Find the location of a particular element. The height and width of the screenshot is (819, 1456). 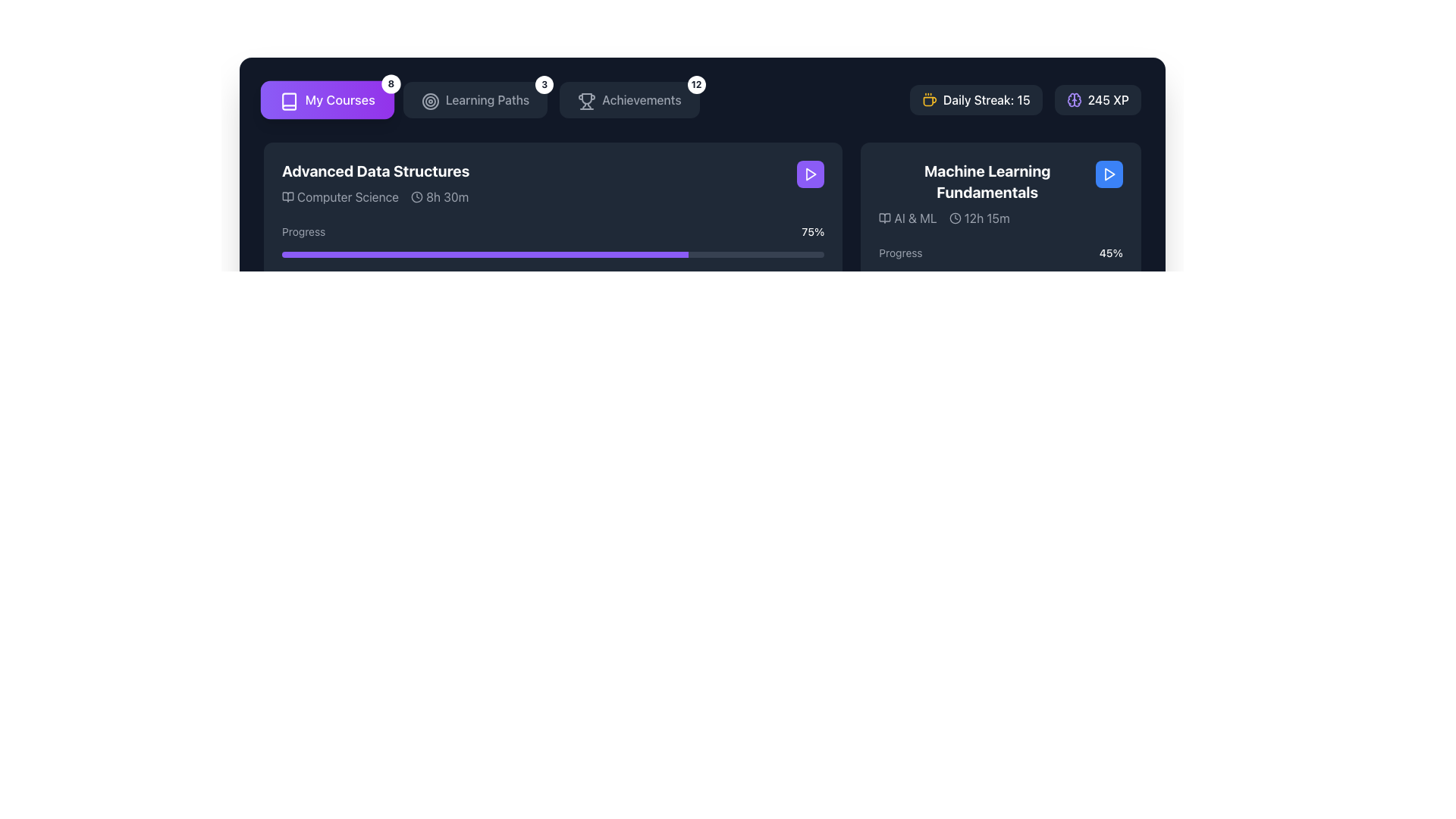

the text label displaying the time associated with 'Machine Learning Fundamentals', located to the right of the clock icon is located at coordinates (987, 218).